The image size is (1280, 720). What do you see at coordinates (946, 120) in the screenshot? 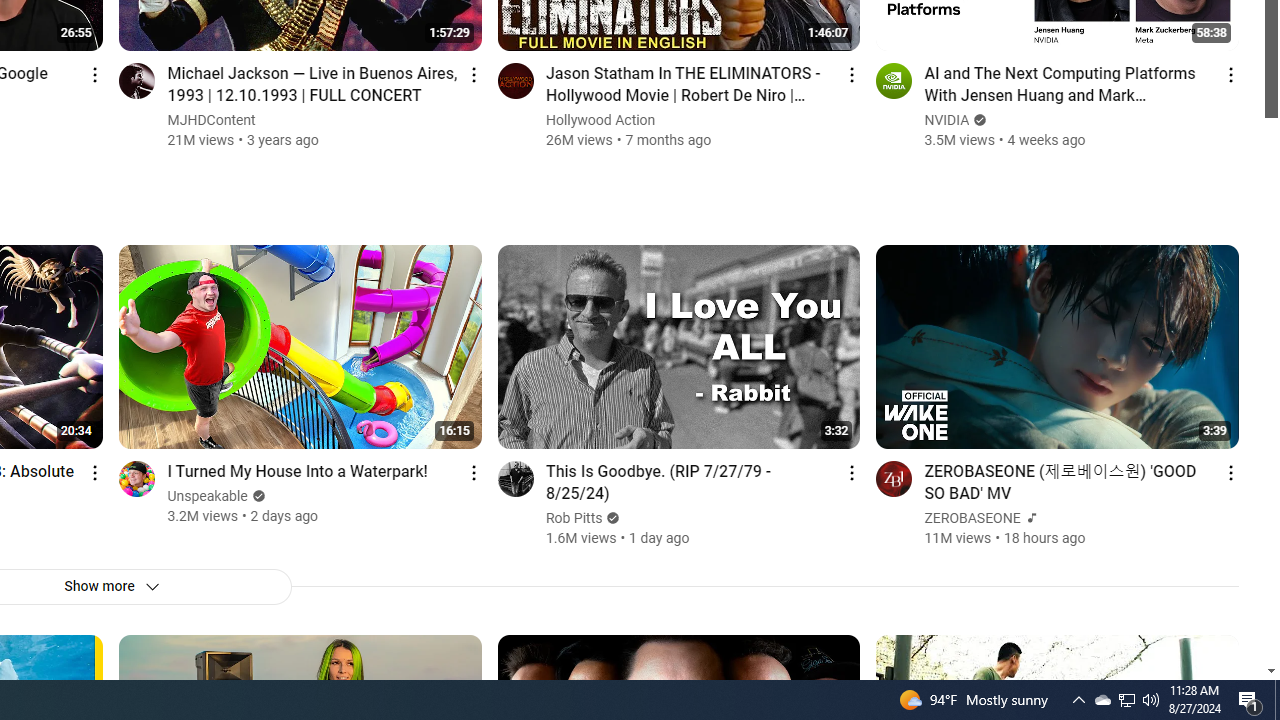
I see `'NVIDIA'` at bounding box center [946, 120].